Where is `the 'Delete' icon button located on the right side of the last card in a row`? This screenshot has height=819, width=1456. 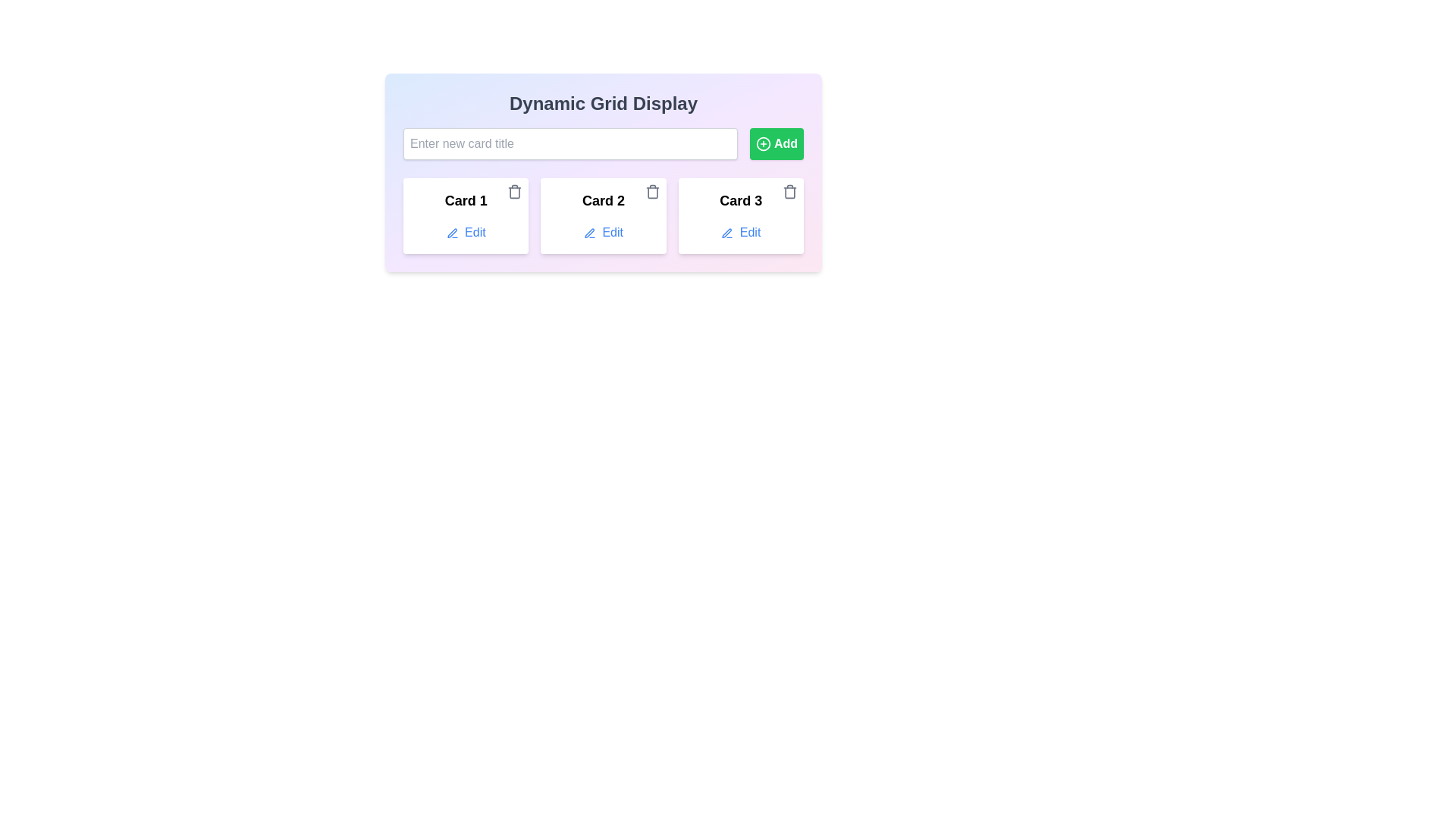 the 'Delete' icon button located on the right side of the last card in a row is located at coordinates (789, 192).